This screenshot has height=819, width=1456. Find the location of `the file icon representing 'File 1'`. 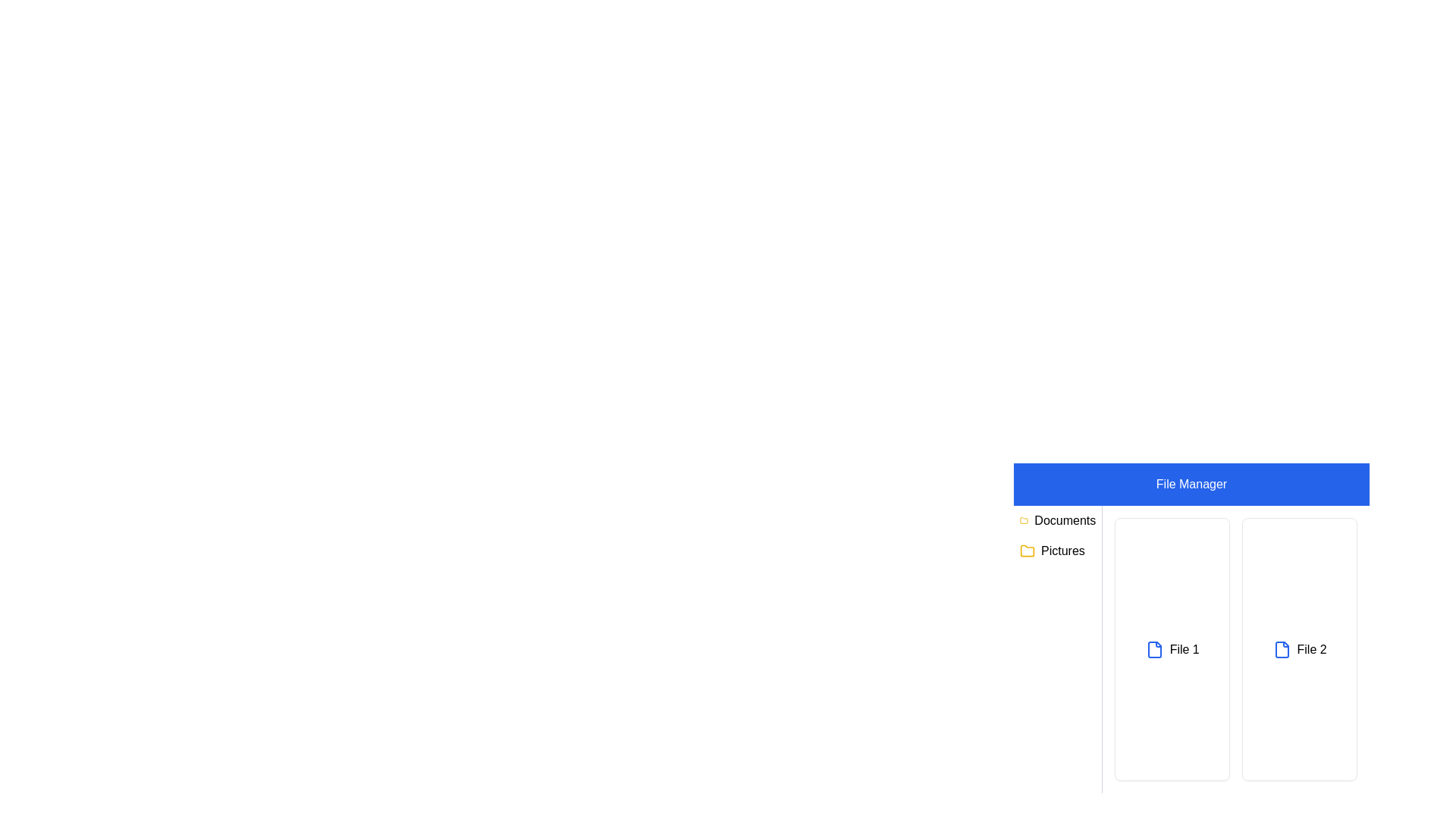

the file icon representing 'File 1' is located at coordinates (1153, 648).